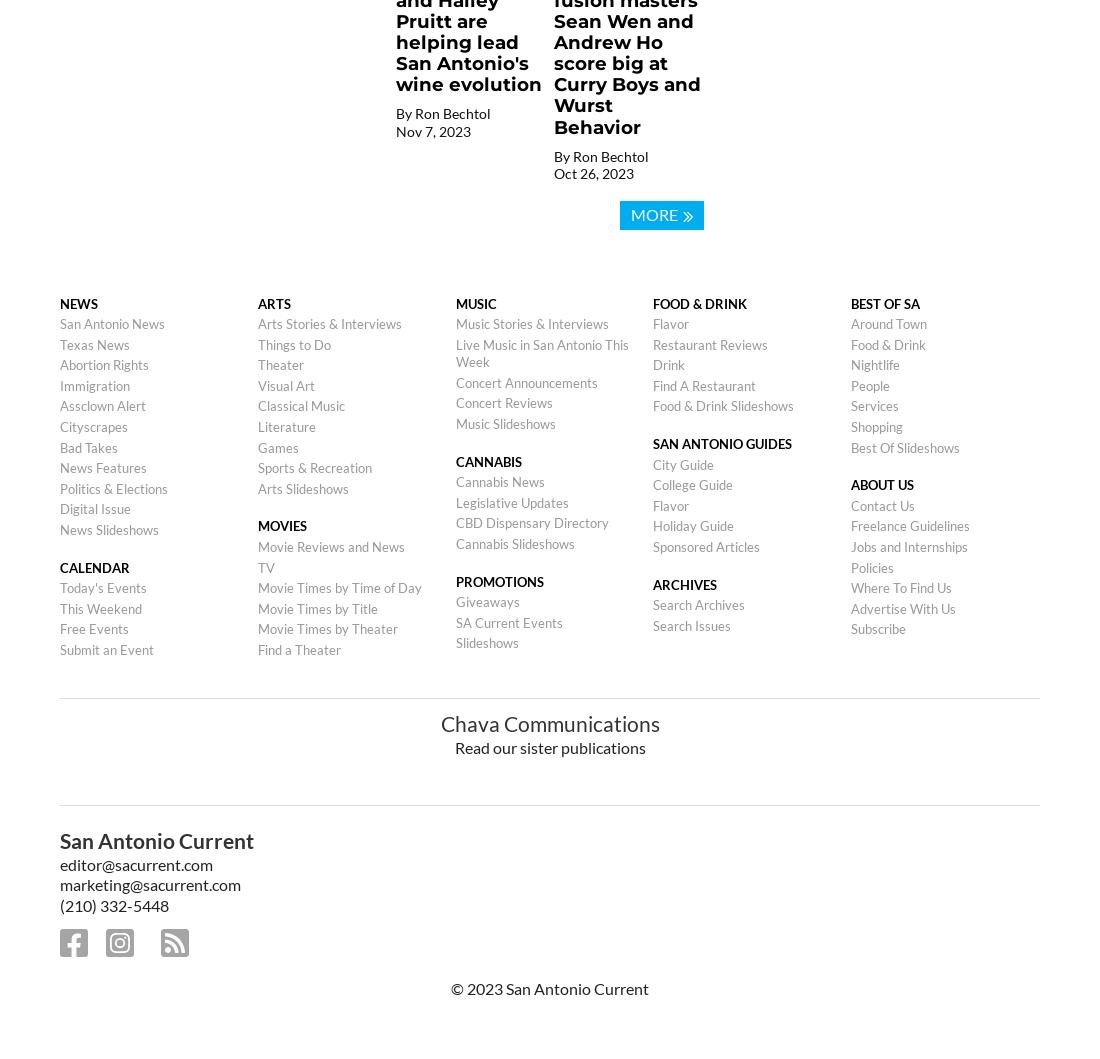 This screenshot has width=1100, height=1059. I want to click on 'Music', so click(474, 302).